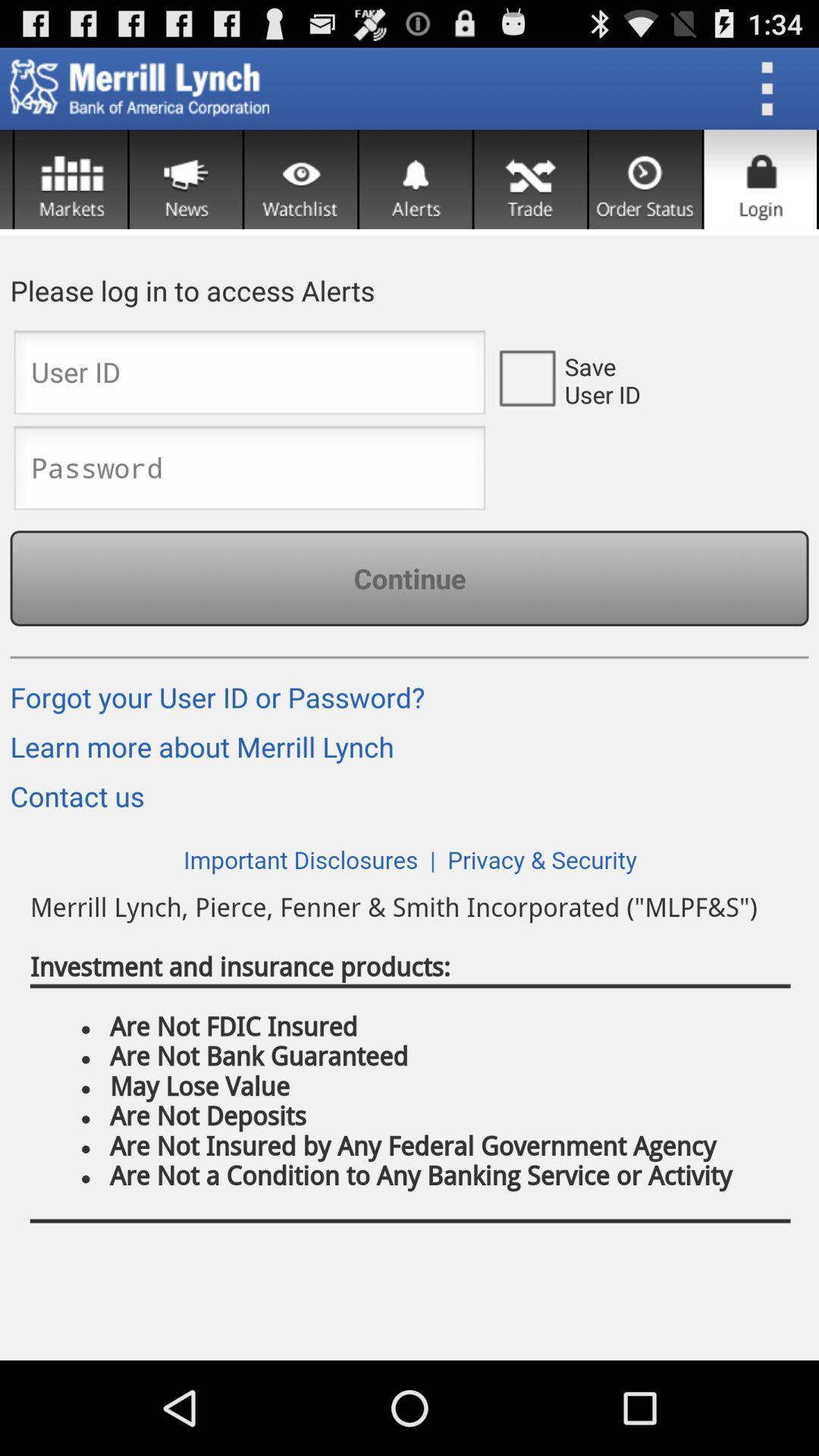 The height and width of the screenshot is (1456, 819). What do you see at coordinates (529, 179) in the screenshot?
I see `the trade button` at bounding box center [529, 179].